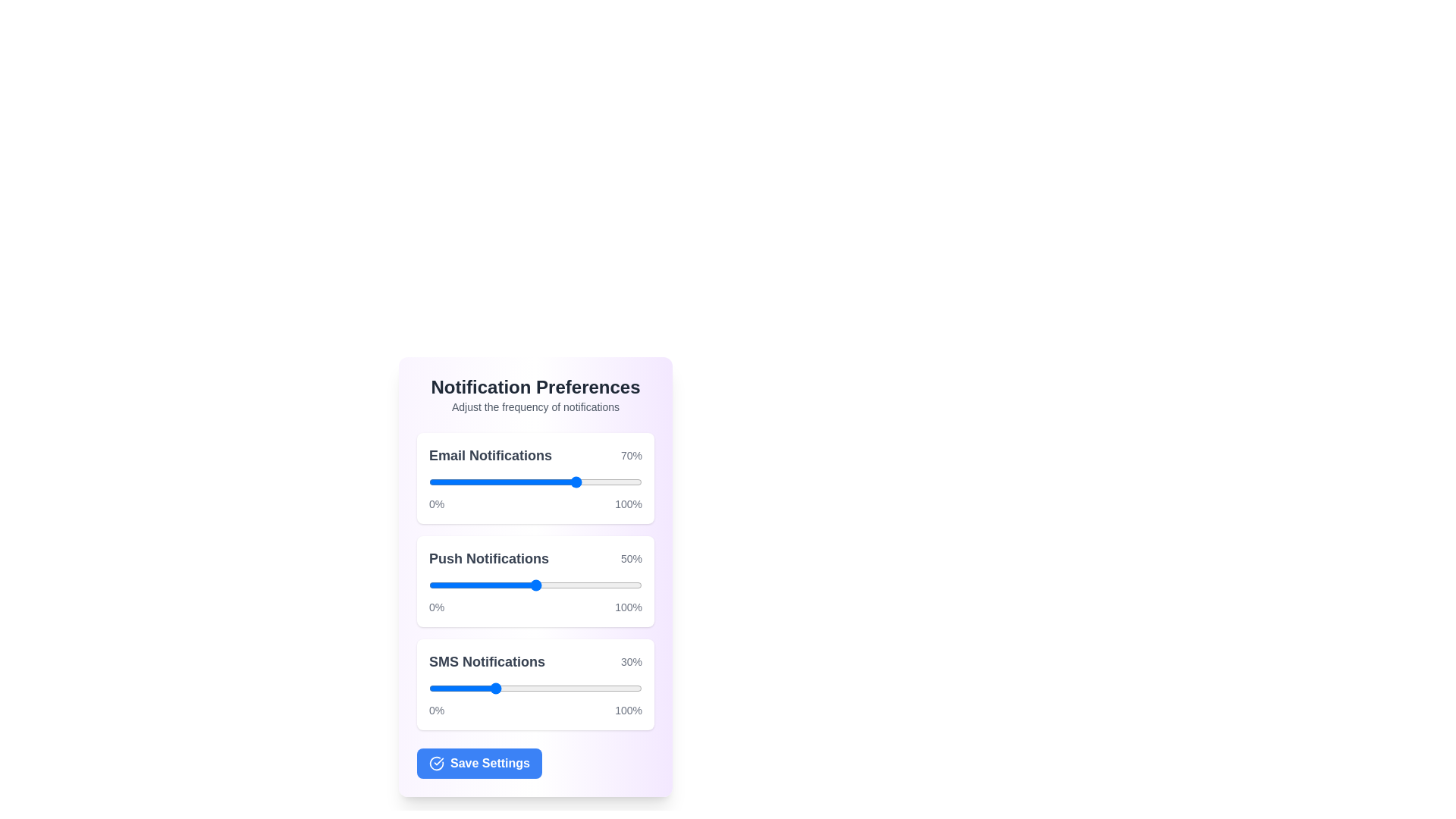  What do you see at coordinates (488, 482) in the screenshot?
I see `the Email Notification slider` at bounding box center [488, 482].